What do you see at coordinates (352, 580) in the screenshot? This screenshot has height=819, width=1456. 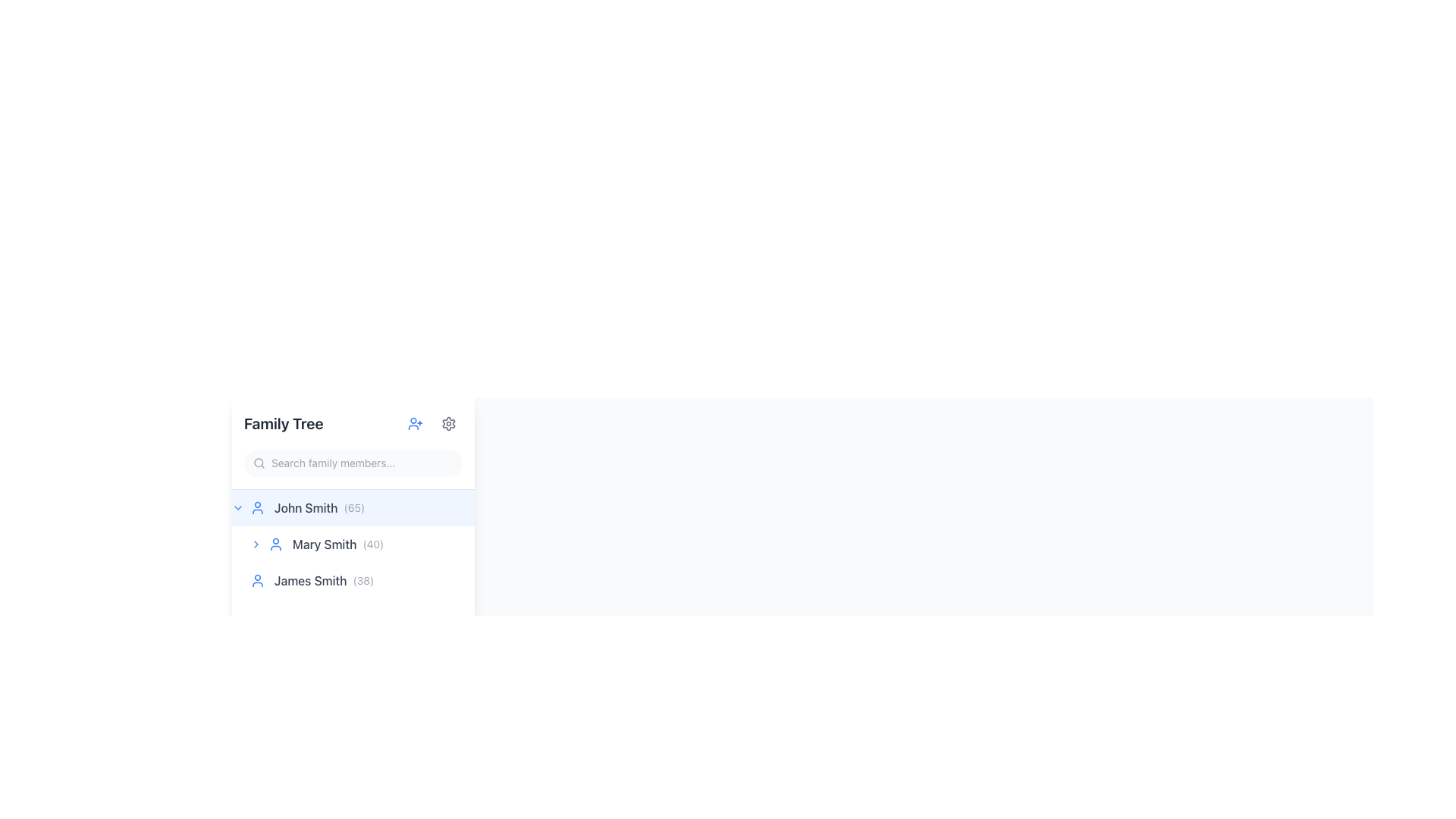 I see `the second list item displaying 'James Smith (38)' in the family tree UI` at bounding box center [352, 580].